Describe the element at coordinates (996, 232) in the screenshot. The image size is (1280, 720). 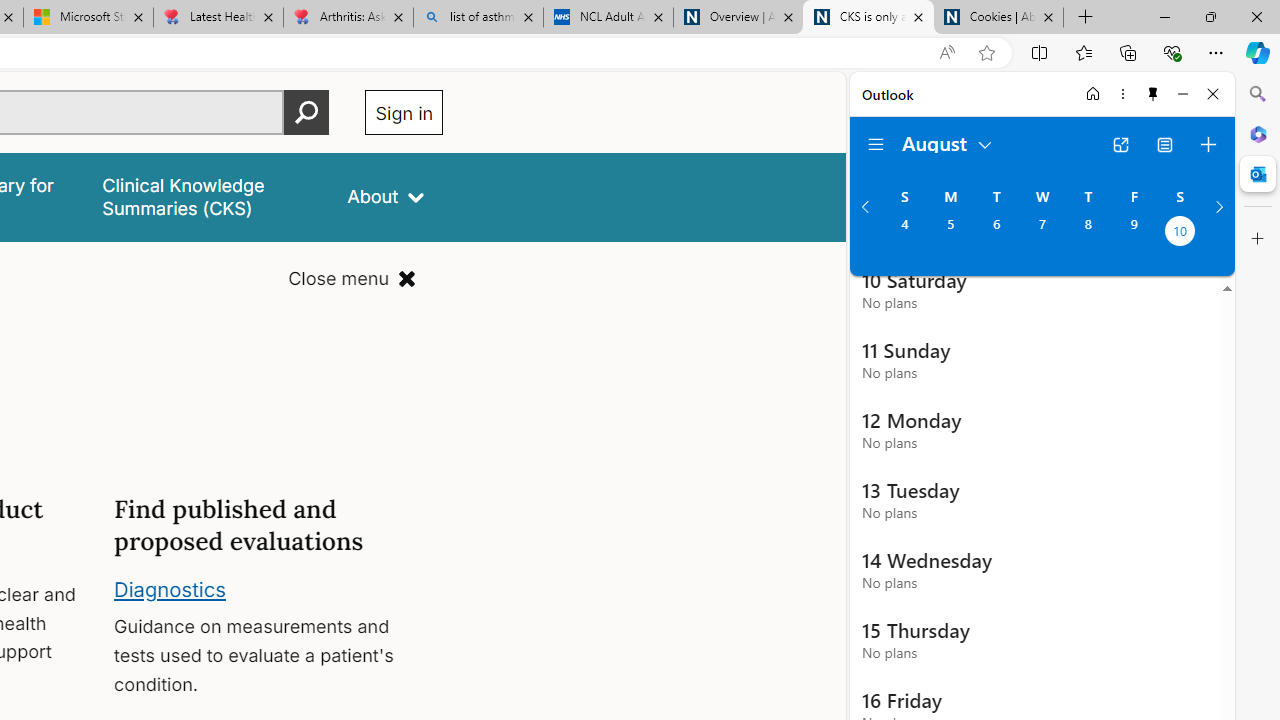
I see `'Tuesday, August 6, 2024. '` at that location.